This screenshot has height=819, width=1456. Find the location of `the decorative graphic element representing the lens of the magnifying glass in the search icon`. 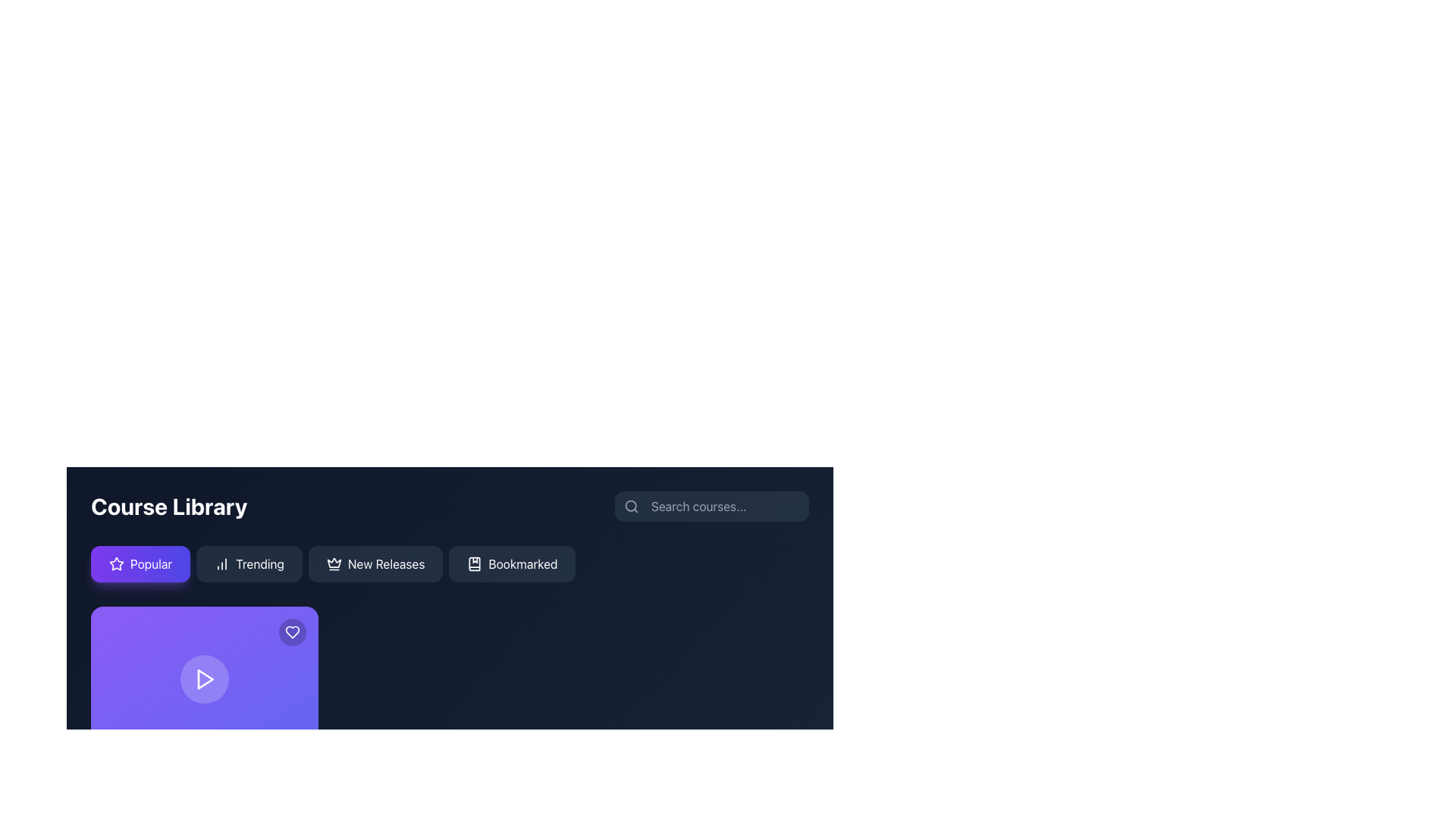

the decorative graphic element representing the lens of the magnifying glass in the search icon is located at coordinates (631, 506).